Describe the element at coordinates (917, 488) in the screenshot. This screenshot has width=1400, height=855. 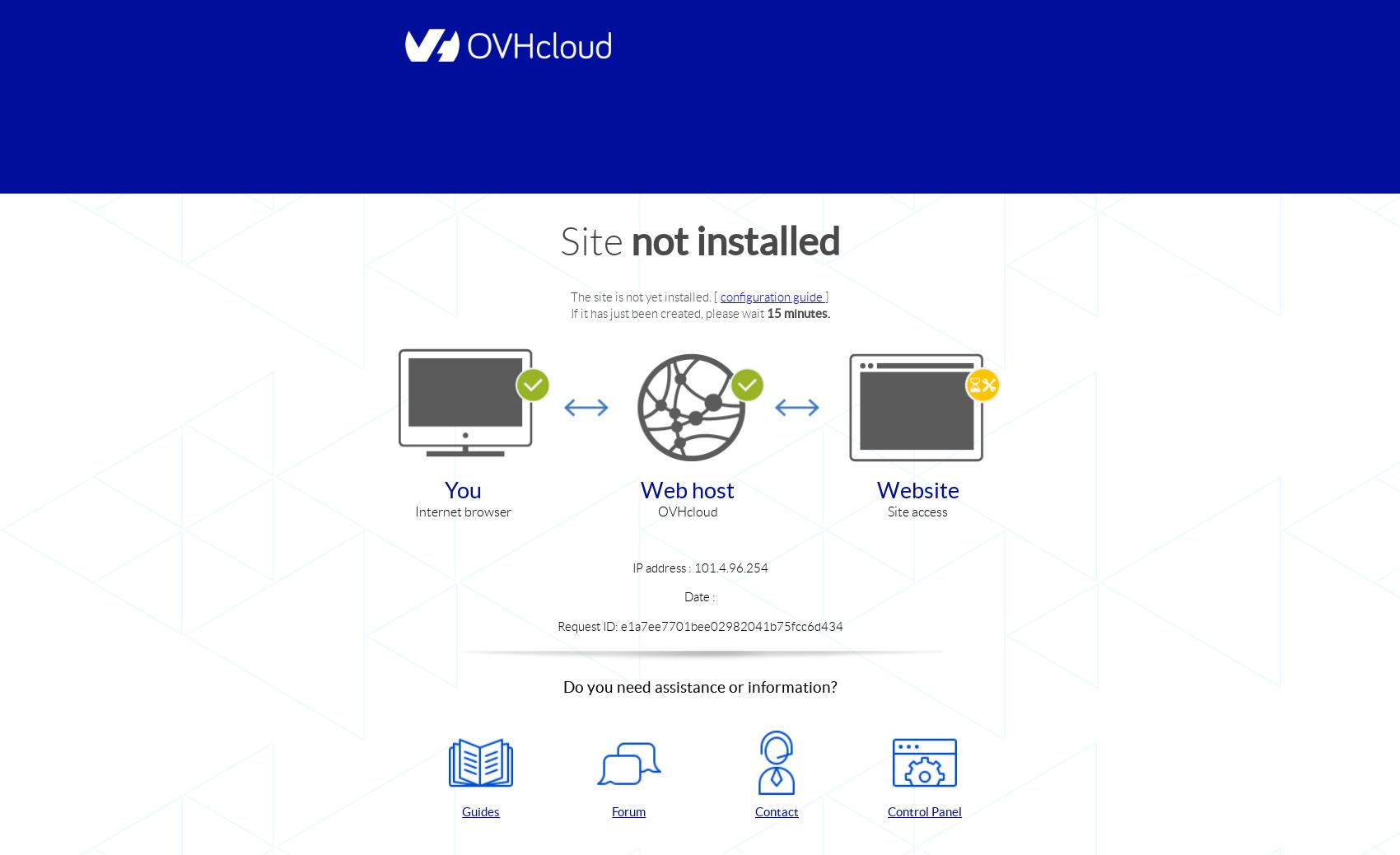
I see `'Website'` at that location.